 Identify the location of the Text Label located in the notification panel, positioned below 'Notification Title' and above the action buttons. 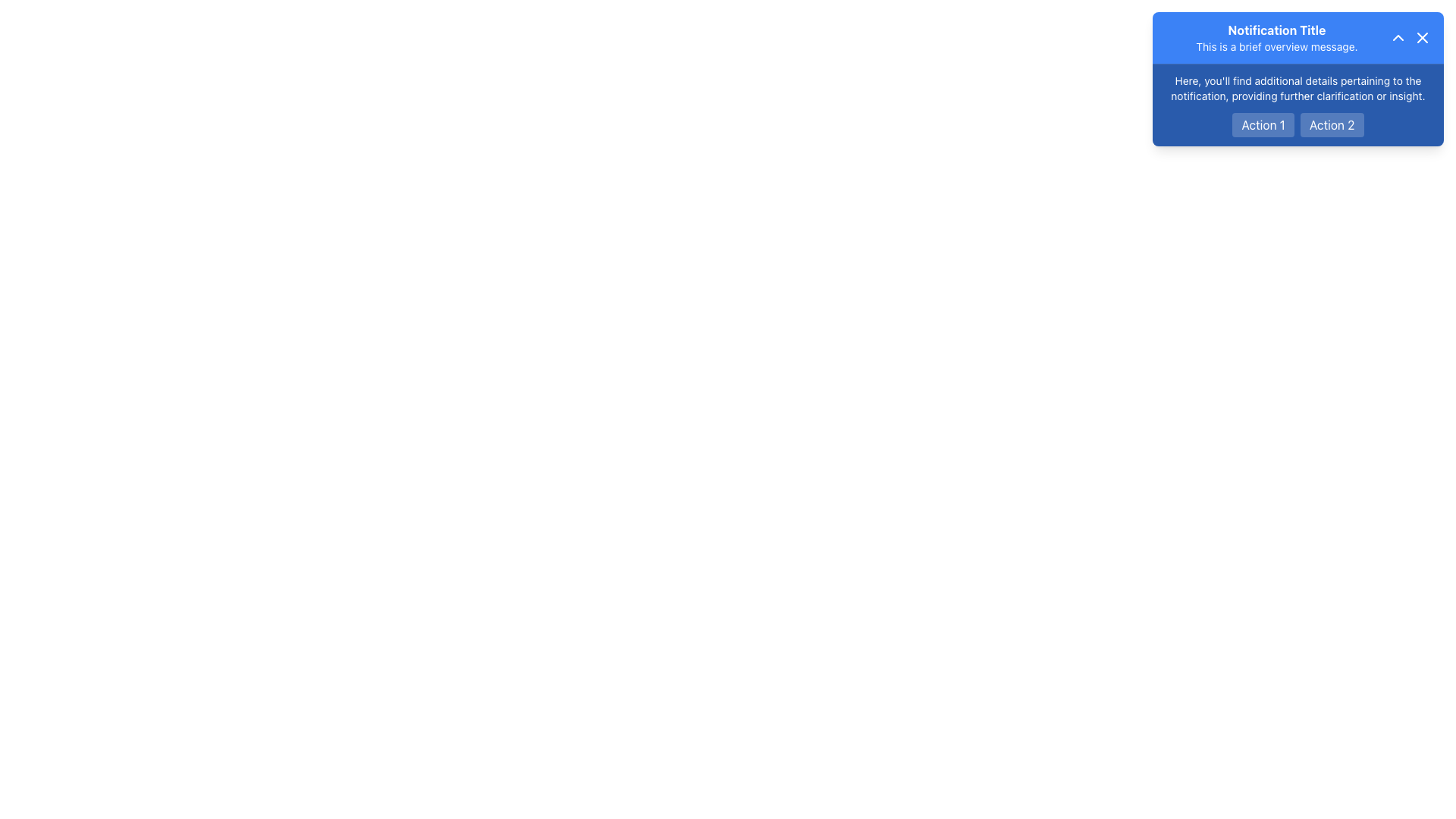
(1276, 45).